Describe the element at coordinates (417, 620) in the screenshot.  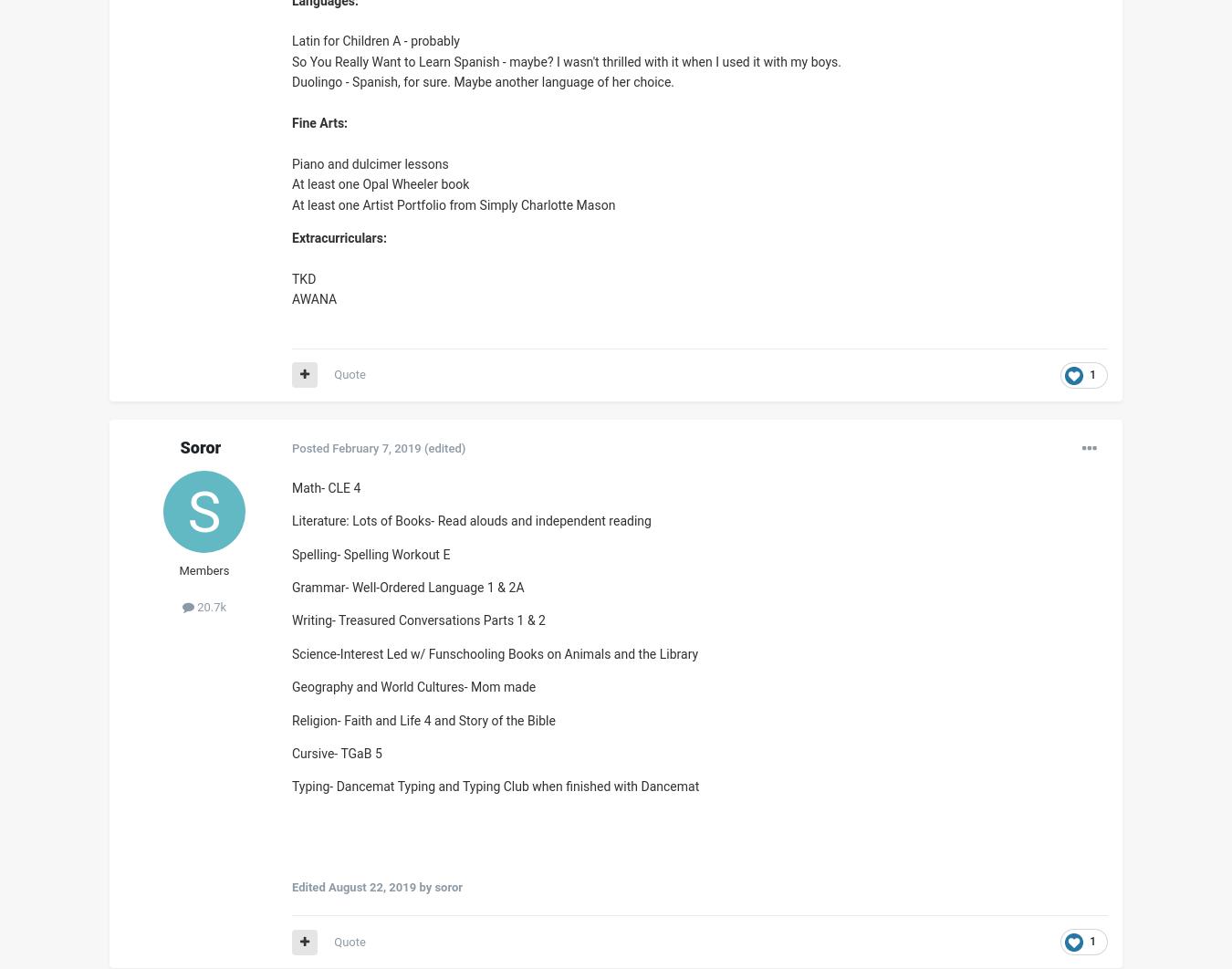
I see `'Writing- Treasured Conversations Parts 1 & 2'` at that location.